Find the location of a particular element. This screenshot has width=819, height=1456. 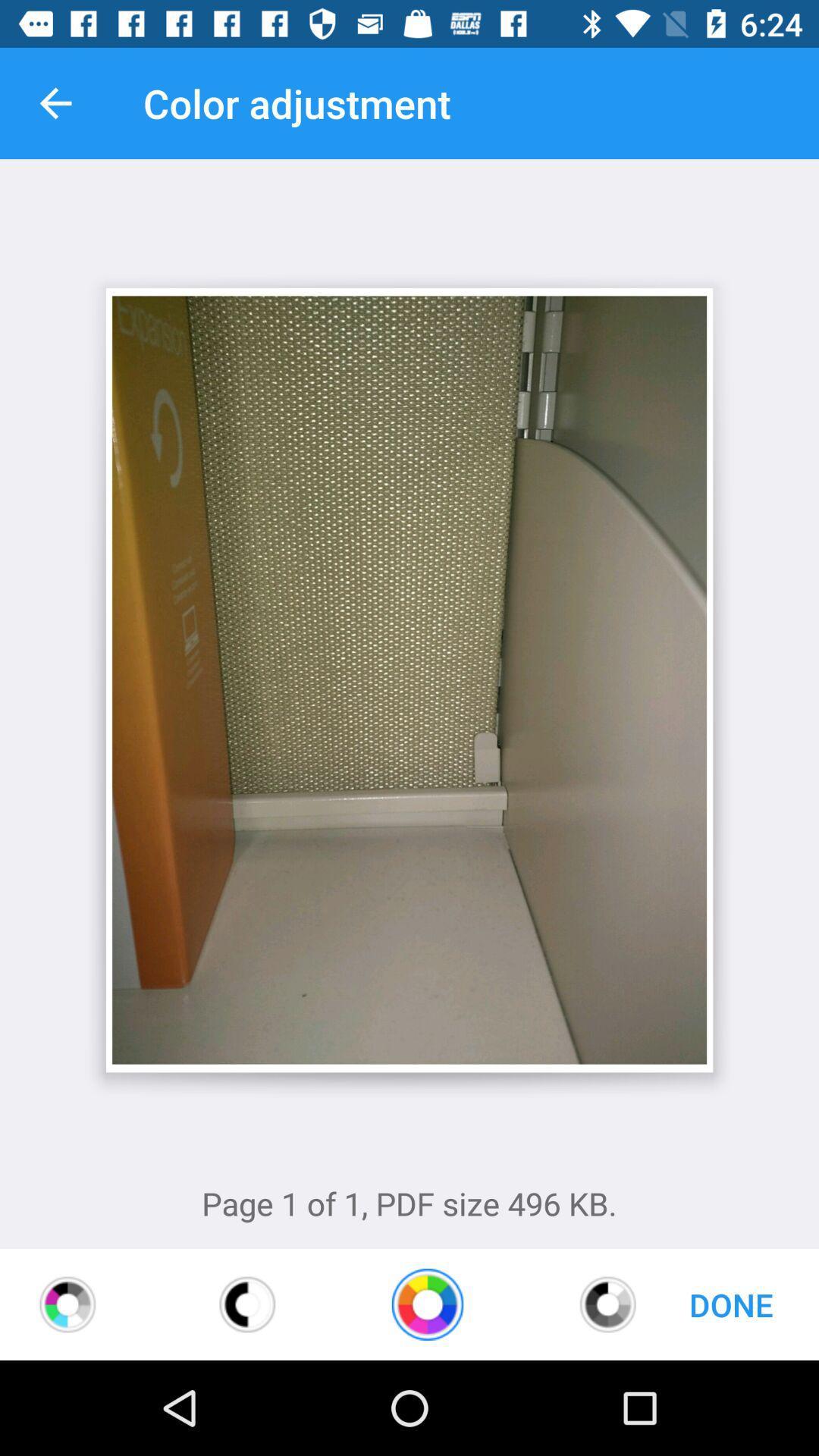

icon next to color adjustment item is located at coordinates (55, 102).